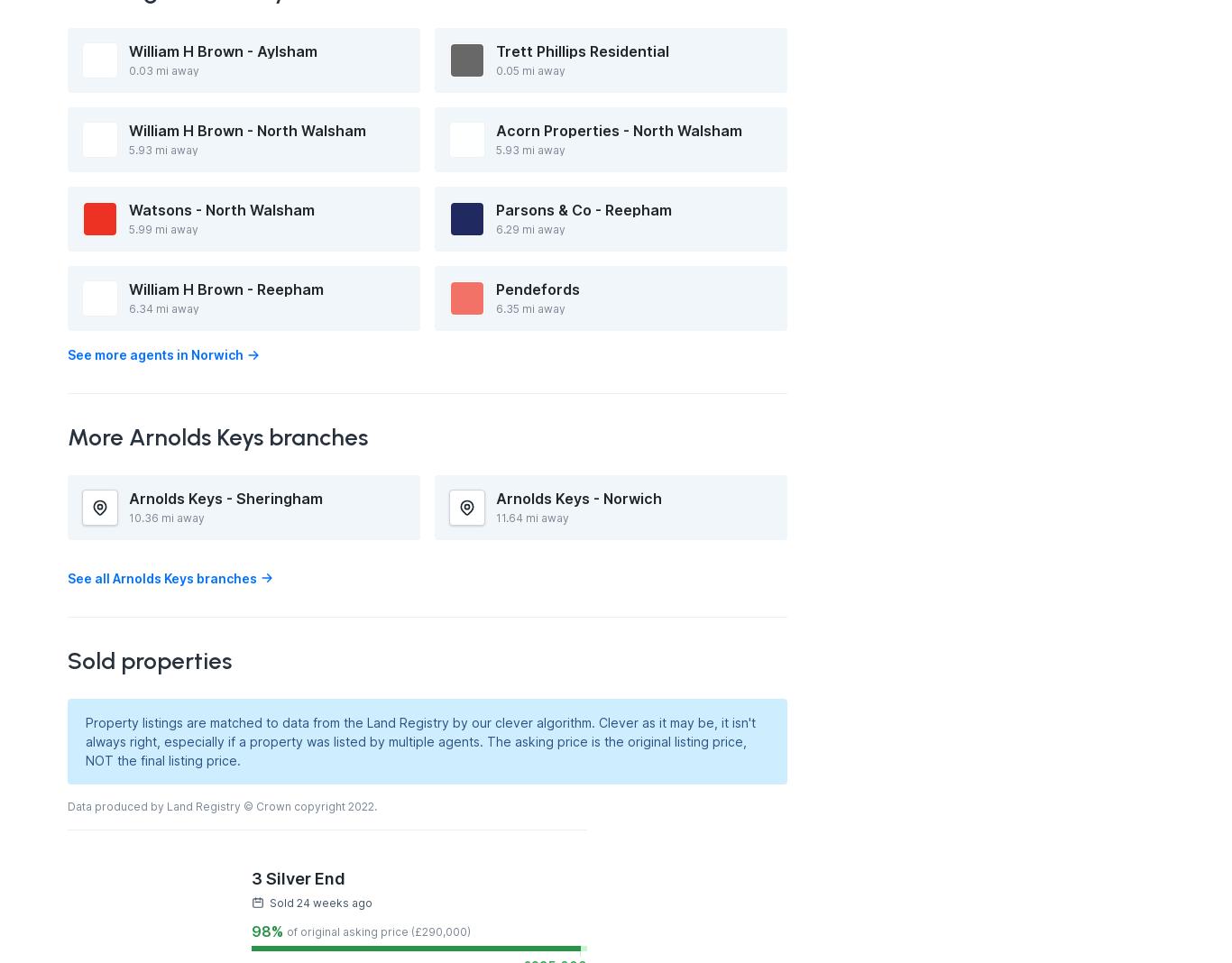  Describe the element at coordinates (222, 804) in the screenshot. I see `'Data produced by Land Registry © Crown copyright 2022.'` at that location.